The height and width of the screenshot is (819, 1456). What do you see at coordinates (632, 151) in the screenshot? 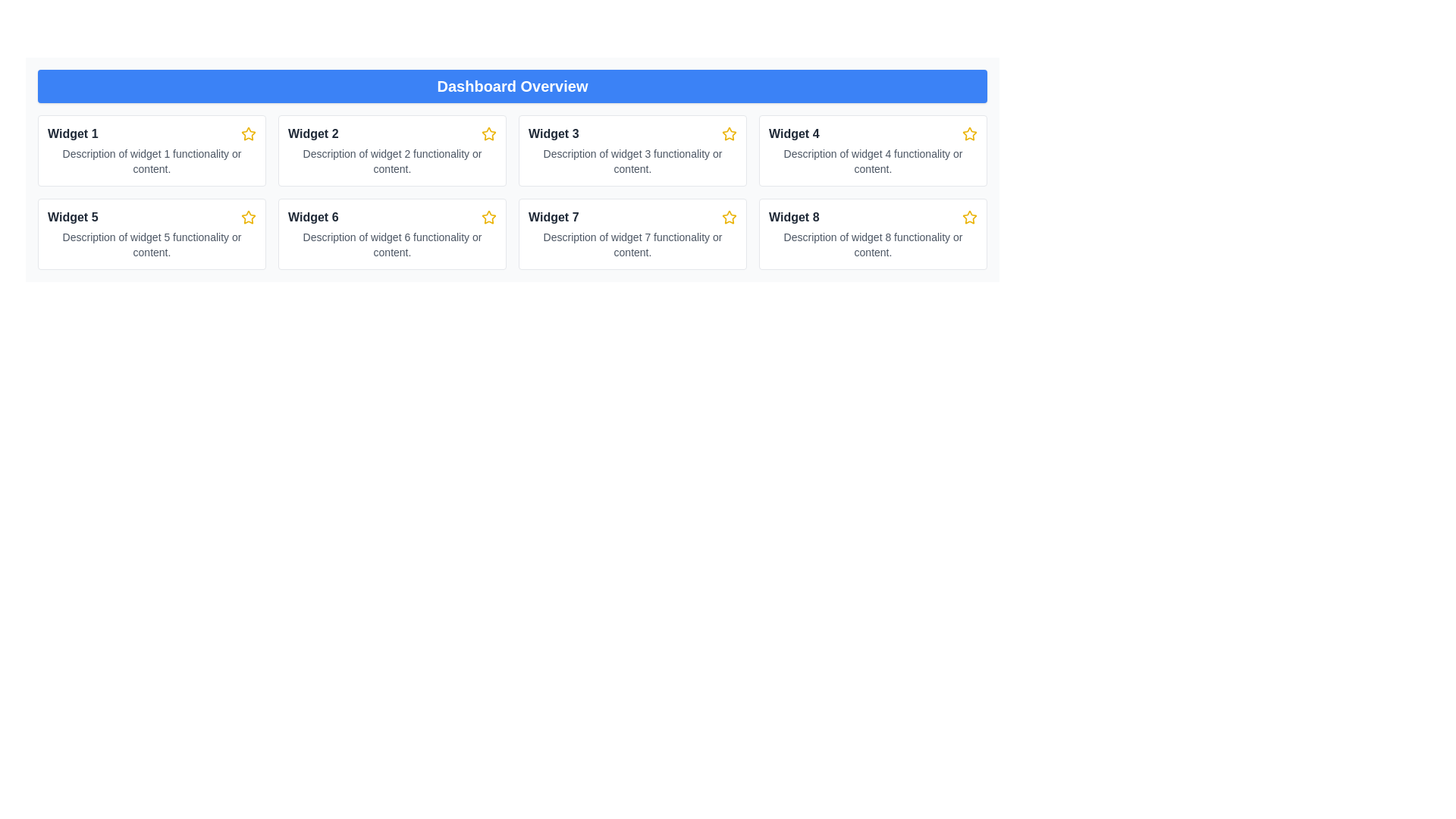
I see `the third card in the first row of the grid layout, which serves as an informational widget providing a title, description, and possibly a rating or favorite feature symbolized by a star icon` at bounding box center [632, 151].